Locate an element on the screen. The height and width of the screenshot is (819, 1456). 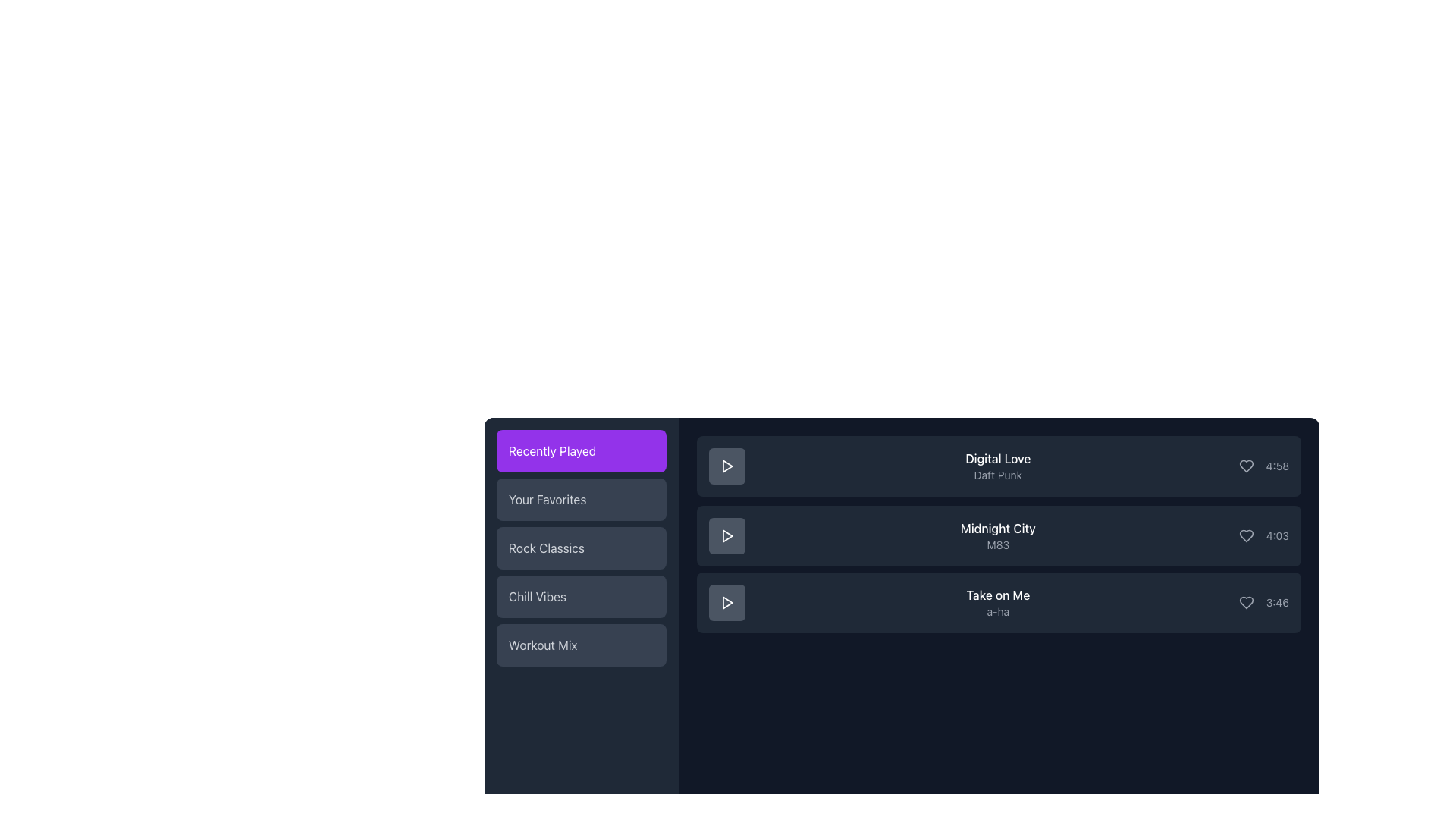
the 'Recently Played' button, which is a purple button with rounded corners located in the left sidebar of the interface is located at coordinates (581, 450).